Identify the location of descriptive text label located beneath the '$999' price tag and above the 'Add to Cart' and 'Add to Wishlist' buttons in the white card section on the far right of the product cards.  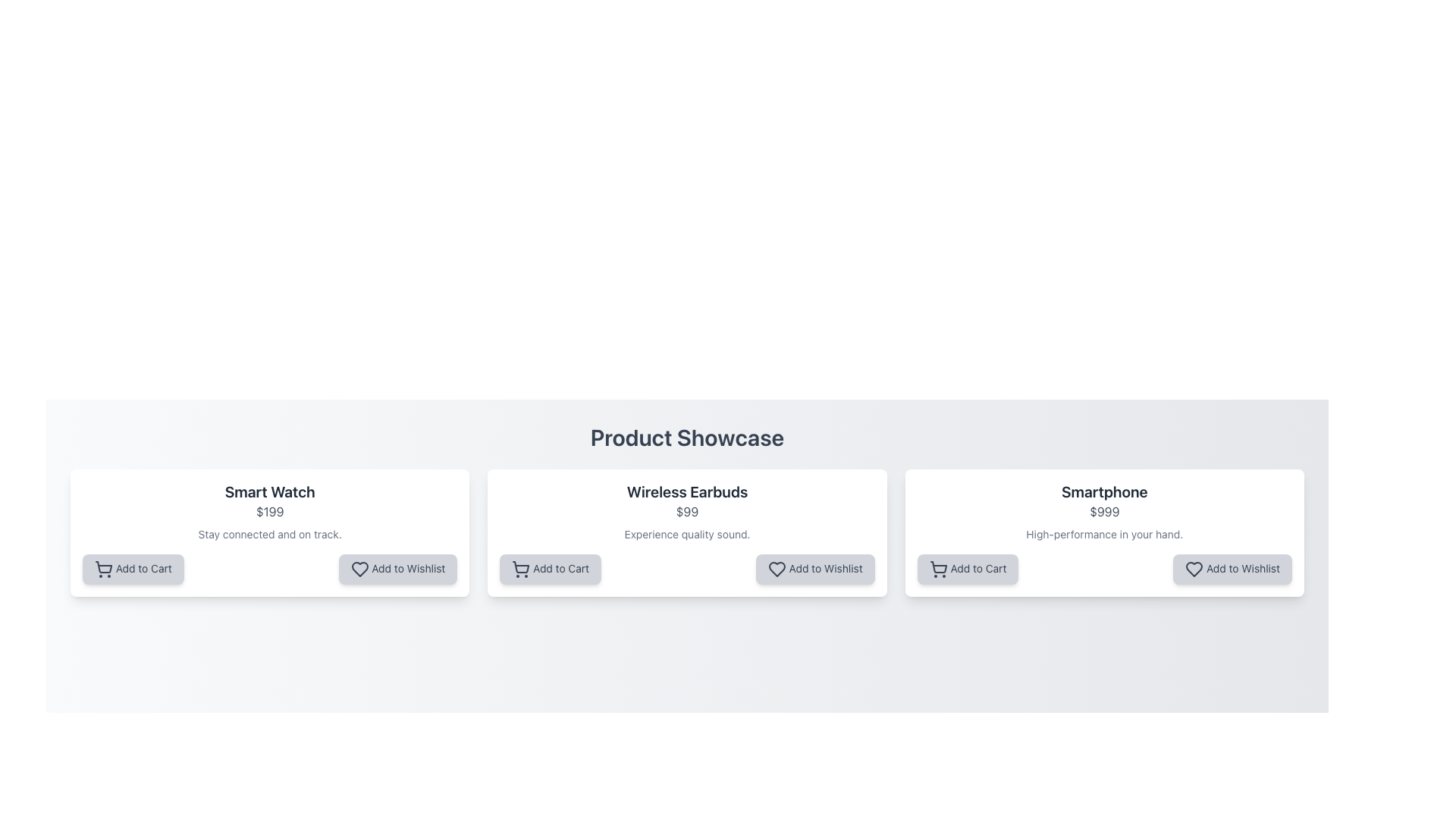
(1104, 534).